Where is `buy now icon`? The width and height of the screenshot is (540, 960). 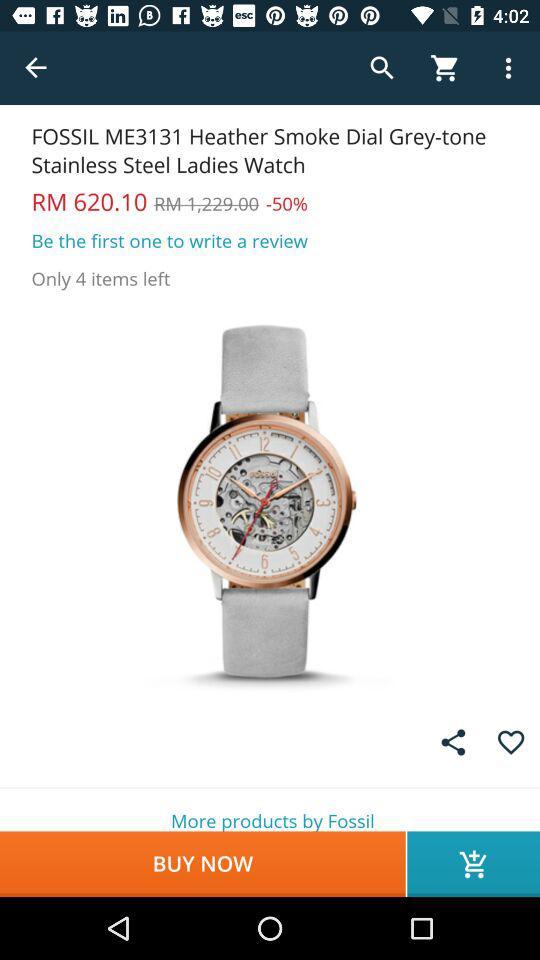 buy now icon is located at coordinates (202, 863).